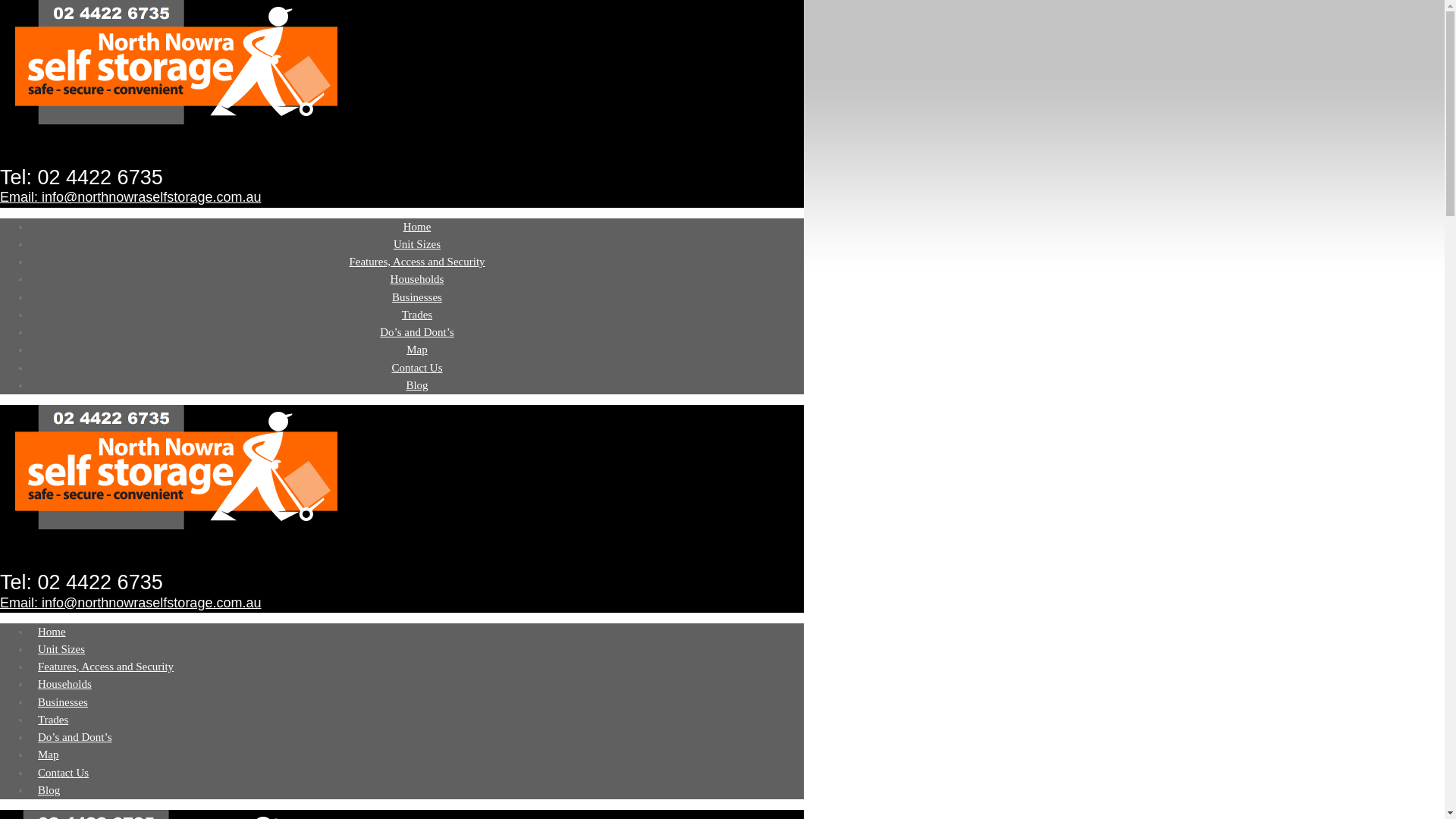 The width and height of the screenshot is (1456, 819). What do you see at coordinates (417, 314) in the screenshot?
I see `'Trades'` at bounding box center [417, 314].